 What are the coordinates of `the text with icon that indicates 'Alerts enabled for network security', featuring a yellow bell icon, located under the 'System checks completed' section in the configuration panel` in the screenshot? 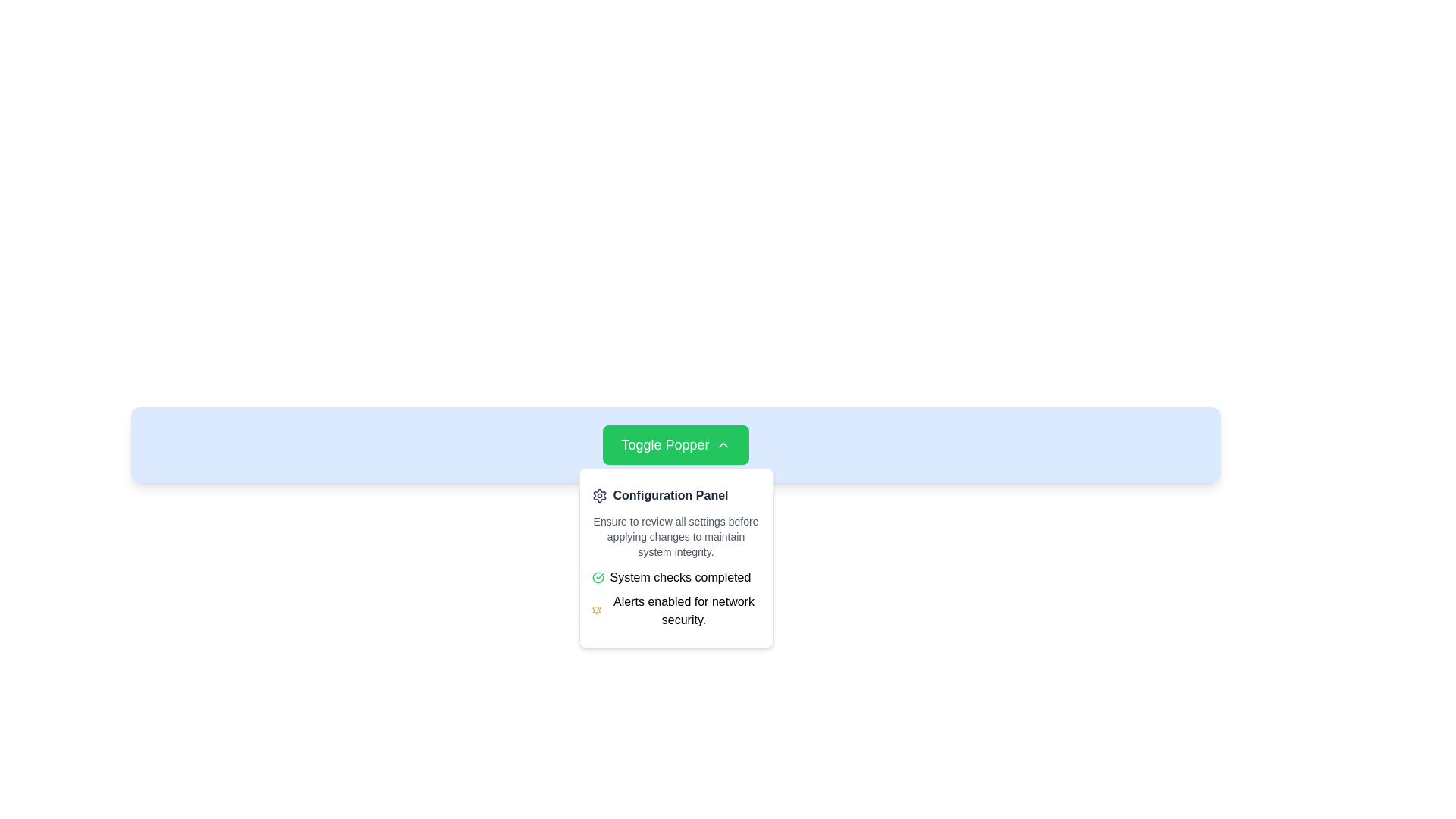 It's located at (675, 610).